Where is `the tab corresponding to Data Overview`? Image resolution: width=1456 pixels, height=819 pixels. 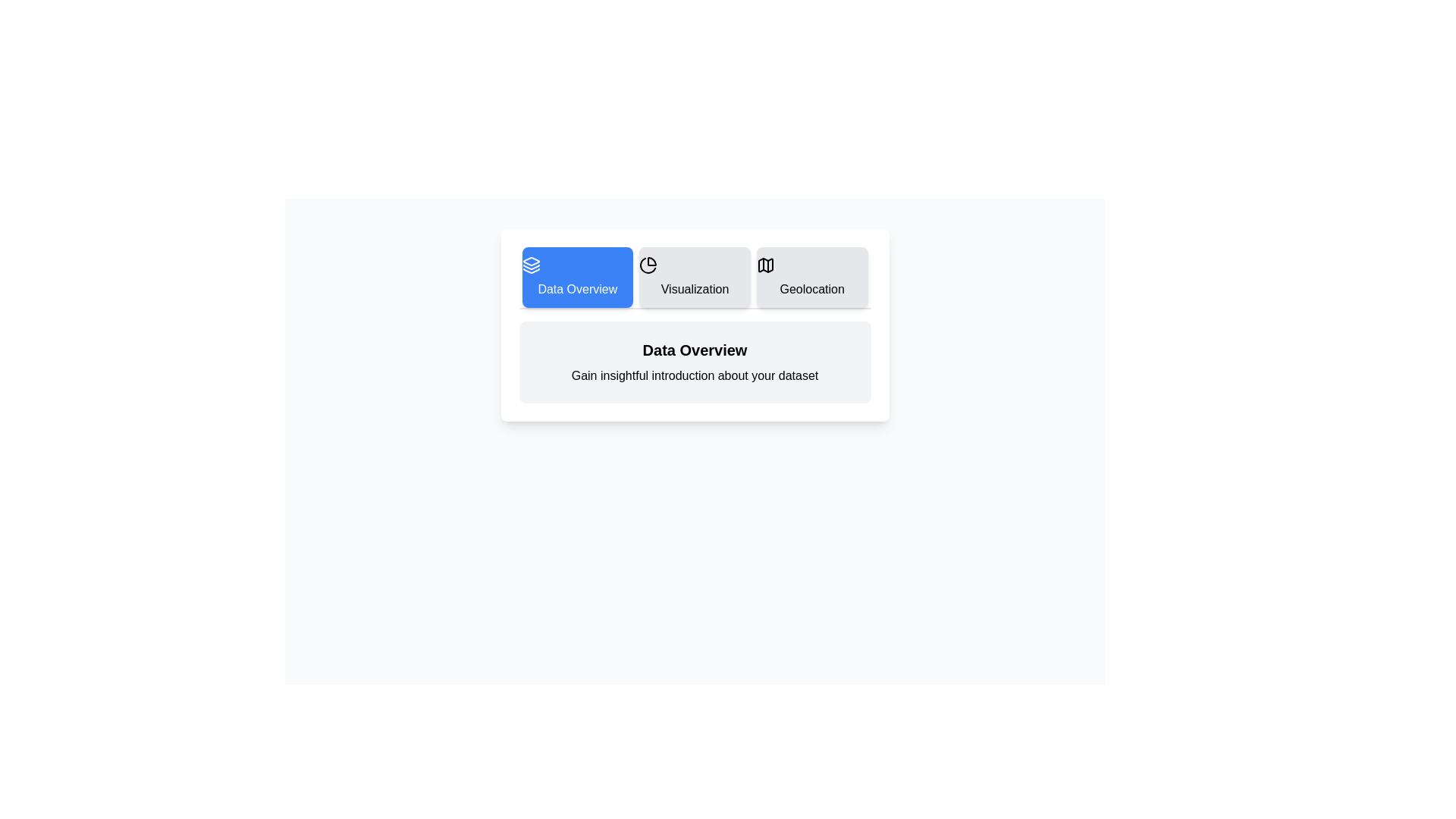
the tab corresponding to Data Overview is located at coordinates (576, 278).